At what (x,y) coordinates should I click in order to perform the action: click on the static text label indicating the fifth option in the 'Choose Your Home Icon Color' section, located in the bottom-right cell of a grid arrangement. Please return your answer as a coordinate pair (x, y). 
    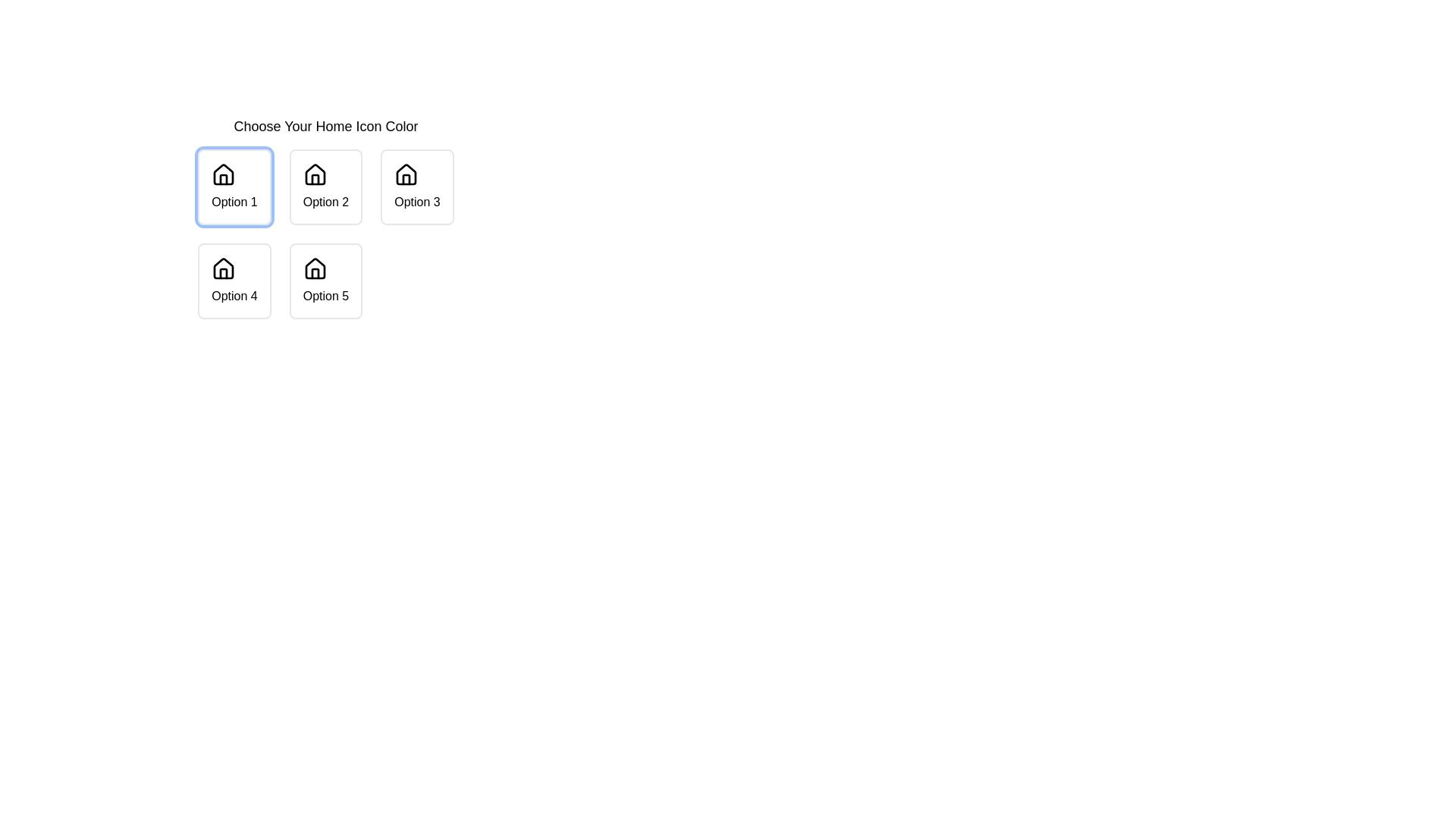
    Looking at the image, I should click on (325, 296).